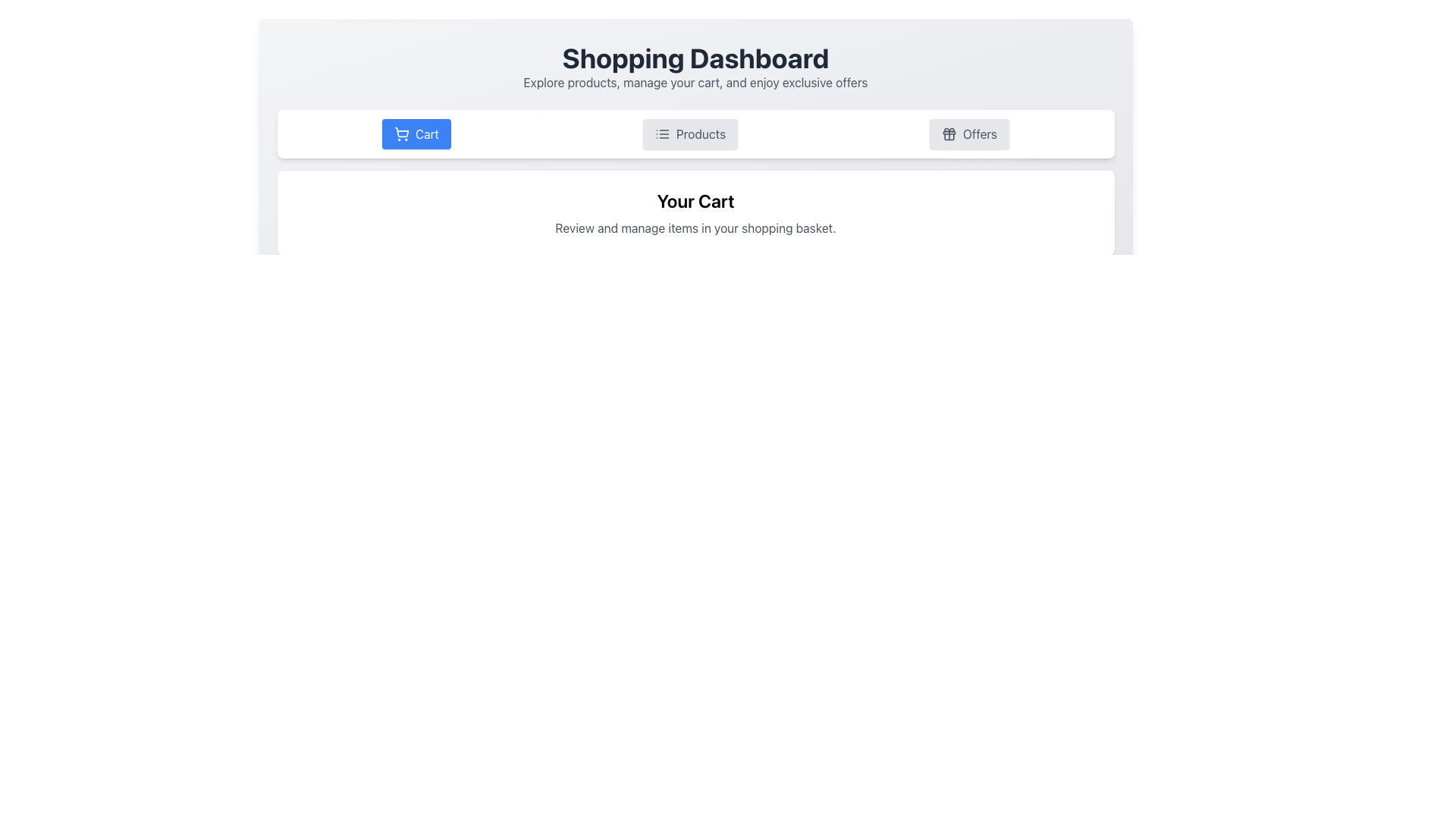 Image resolution: width=1456 pixels, height=819 pixels. What do you see at coordinates (948, 133) in the screenshot?
I see `the gift icon that is part of the 'Offers' button in the header navigation bar` at bounding box center [948, 133].